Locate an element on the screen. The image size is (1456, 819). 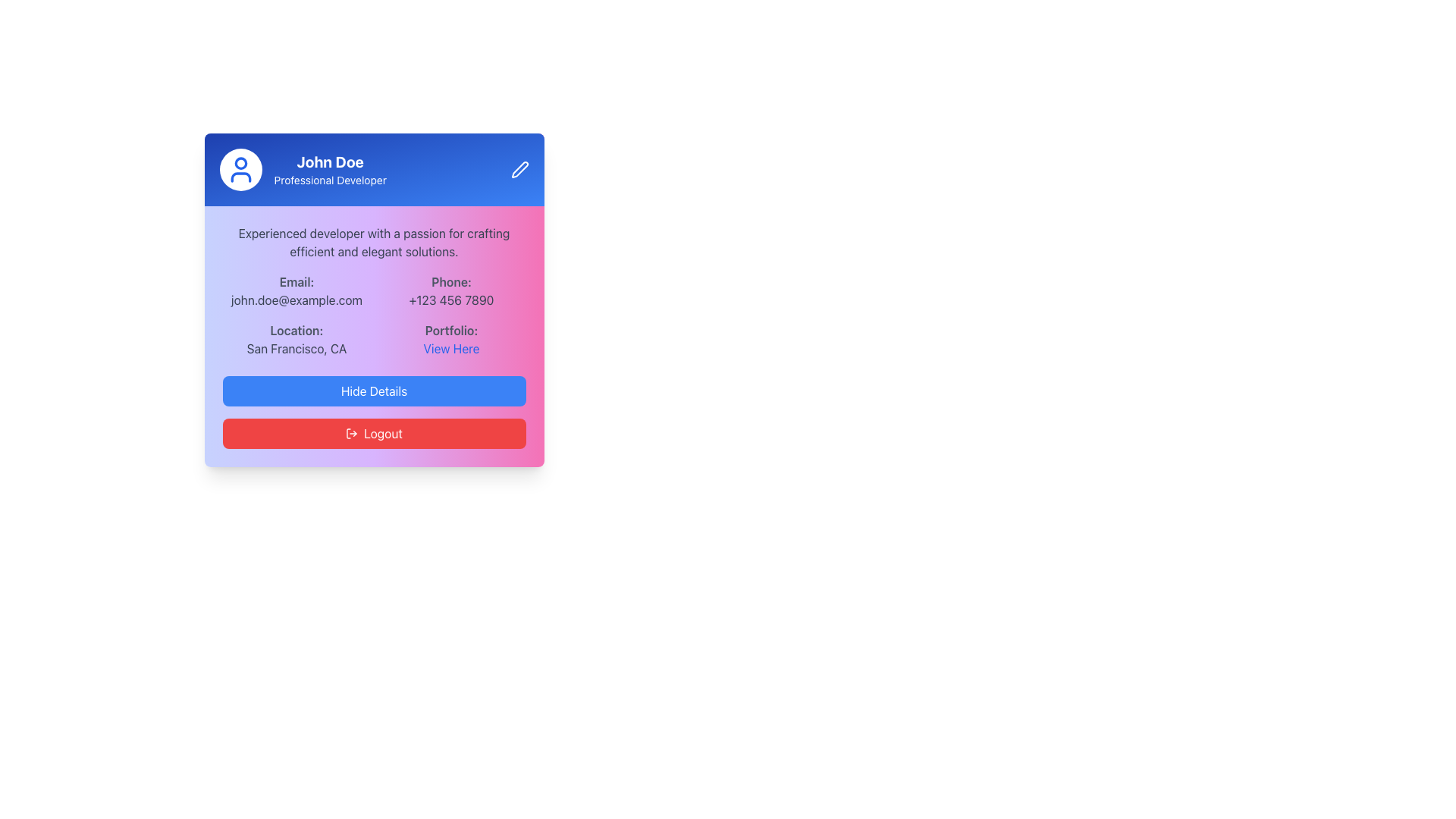
the Text Label displaying the user's name, which is located at the top-left portion of the profile card, next to the profile image and above the subtitle text is located at coordinates (329, 162).